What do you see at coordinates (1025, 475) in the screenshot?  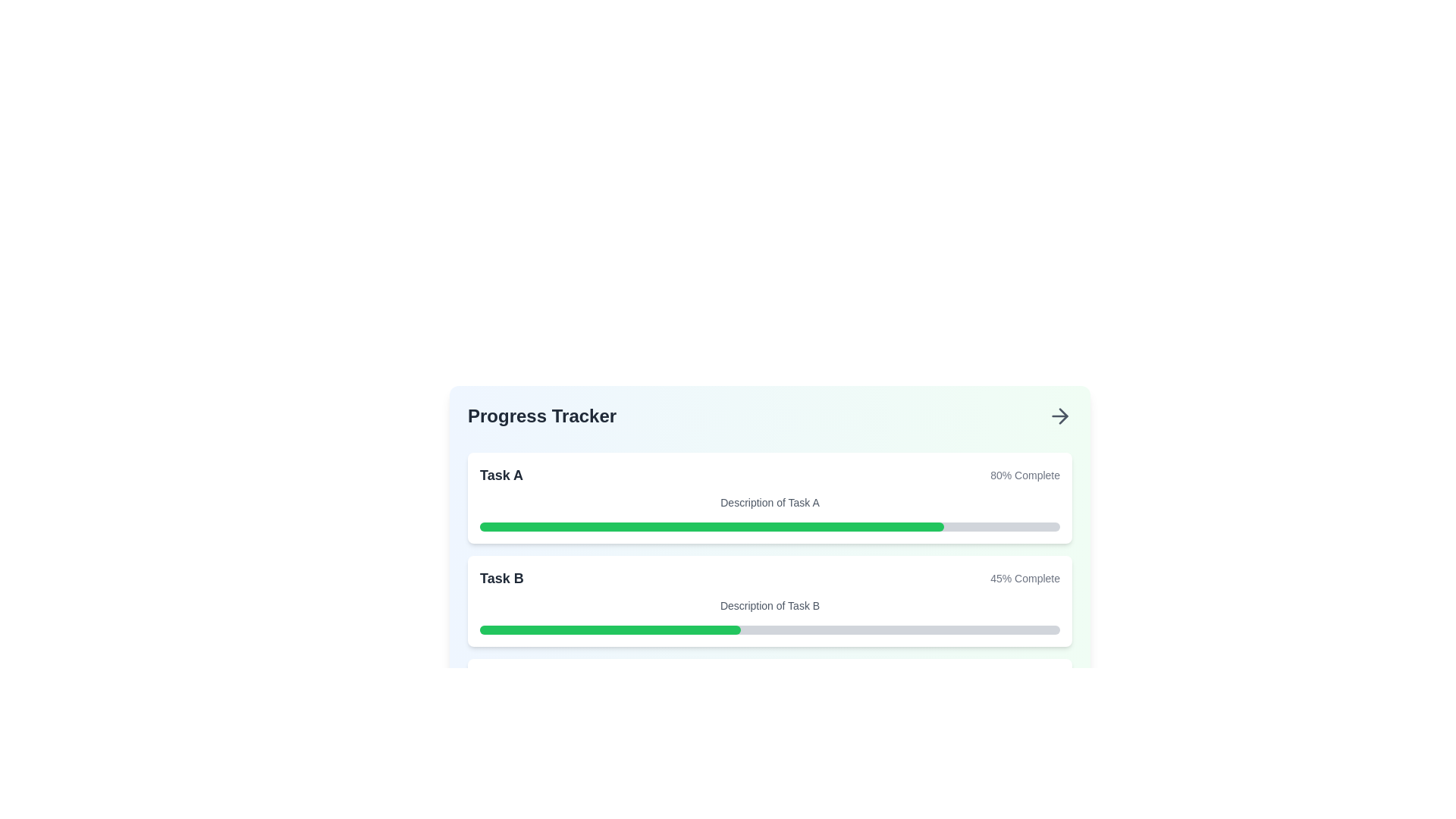 I see `the static text label that displays the progress percentage of Task A, located at the top right of the section, above the progress bar` at bounding box center [1025, 475].